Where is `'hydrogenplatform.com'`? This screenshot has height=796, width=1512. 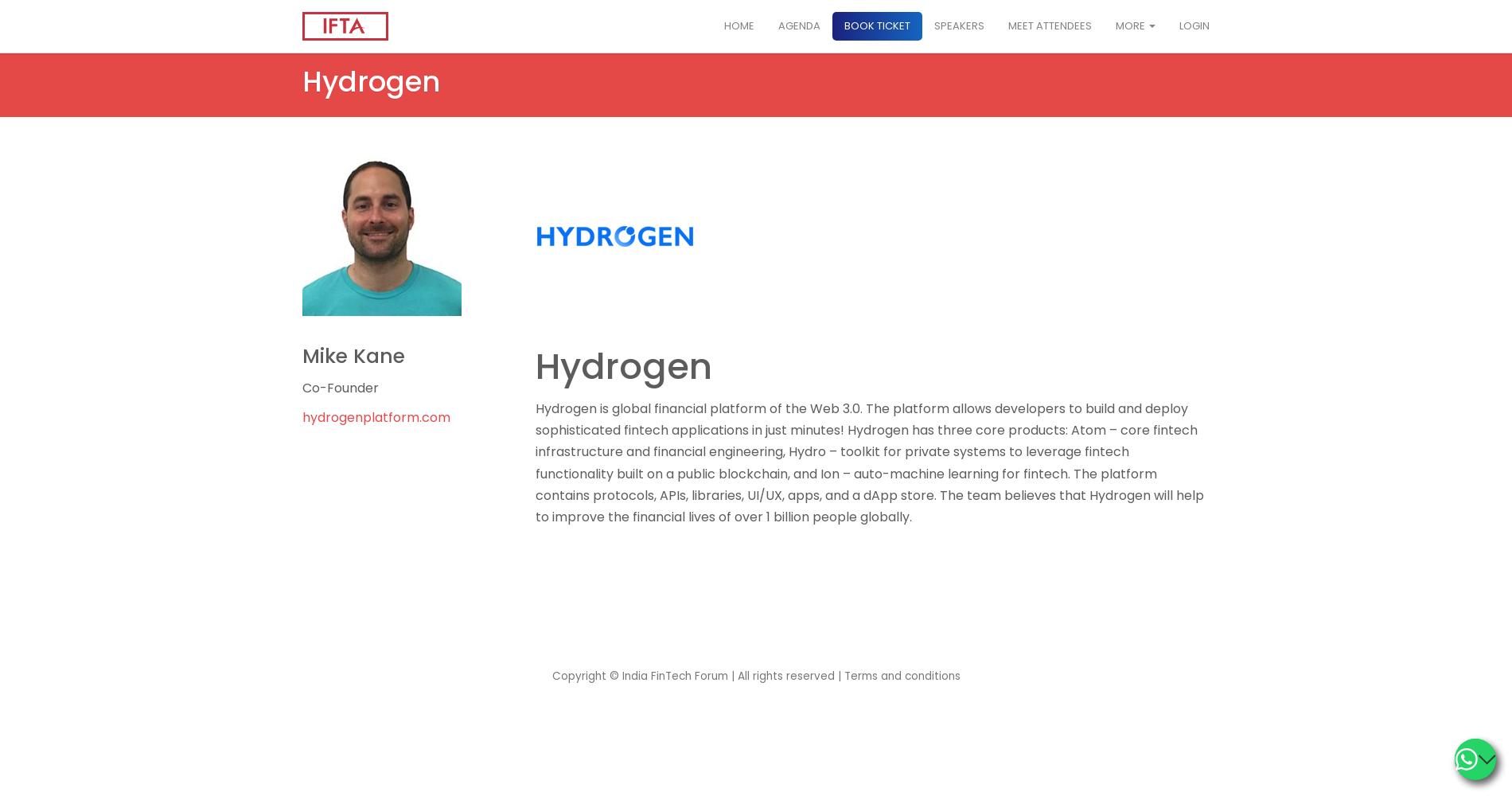
'hydrogenplatform.com' is located at coordinates (302, 417).